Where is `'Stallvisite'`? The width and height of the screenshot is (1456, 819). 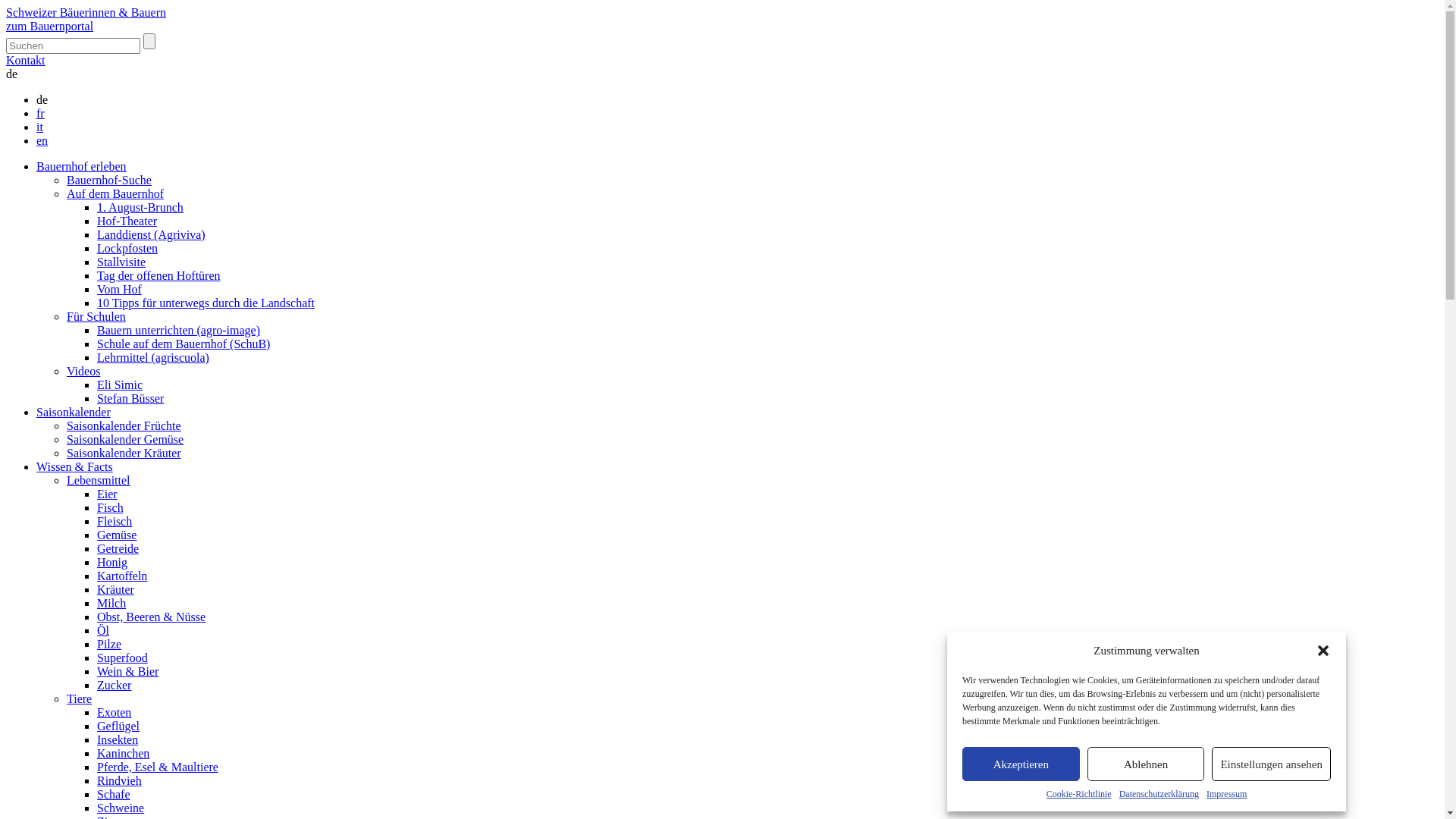
'Stallvisite' is located at coordinates (96, 261).